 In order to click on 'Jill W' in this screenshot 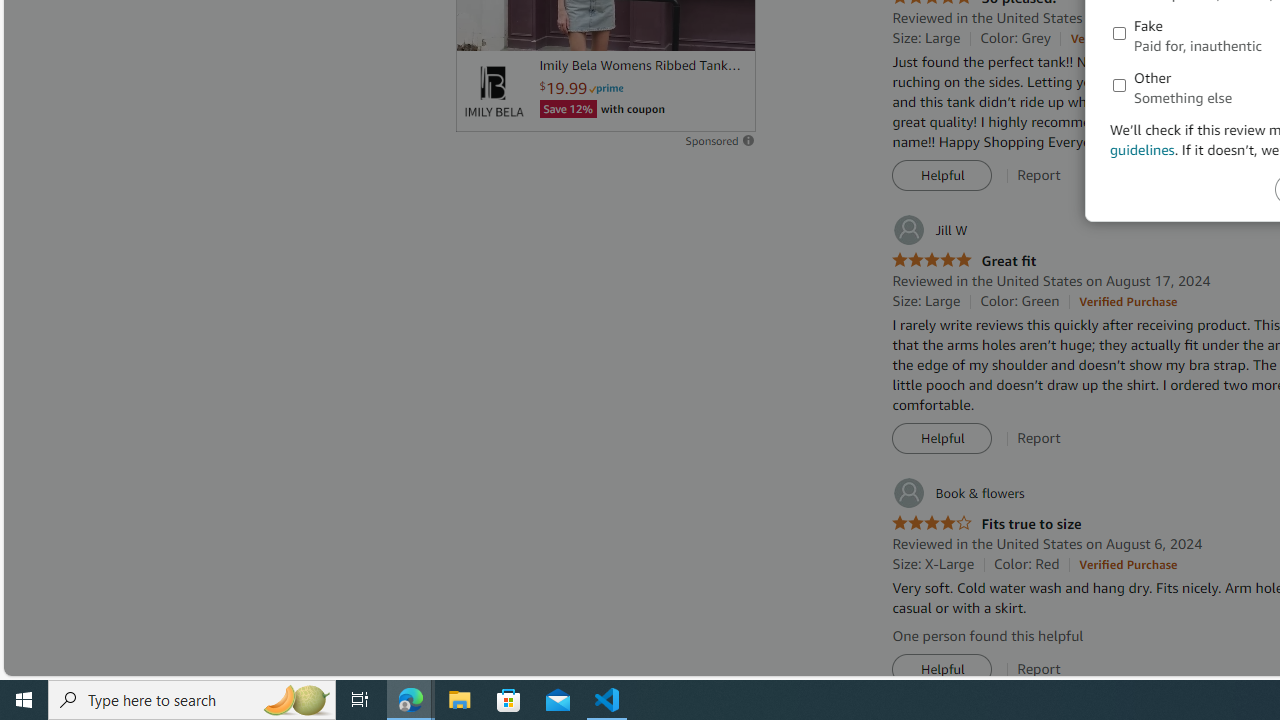, I will do `click(928, 229)`.